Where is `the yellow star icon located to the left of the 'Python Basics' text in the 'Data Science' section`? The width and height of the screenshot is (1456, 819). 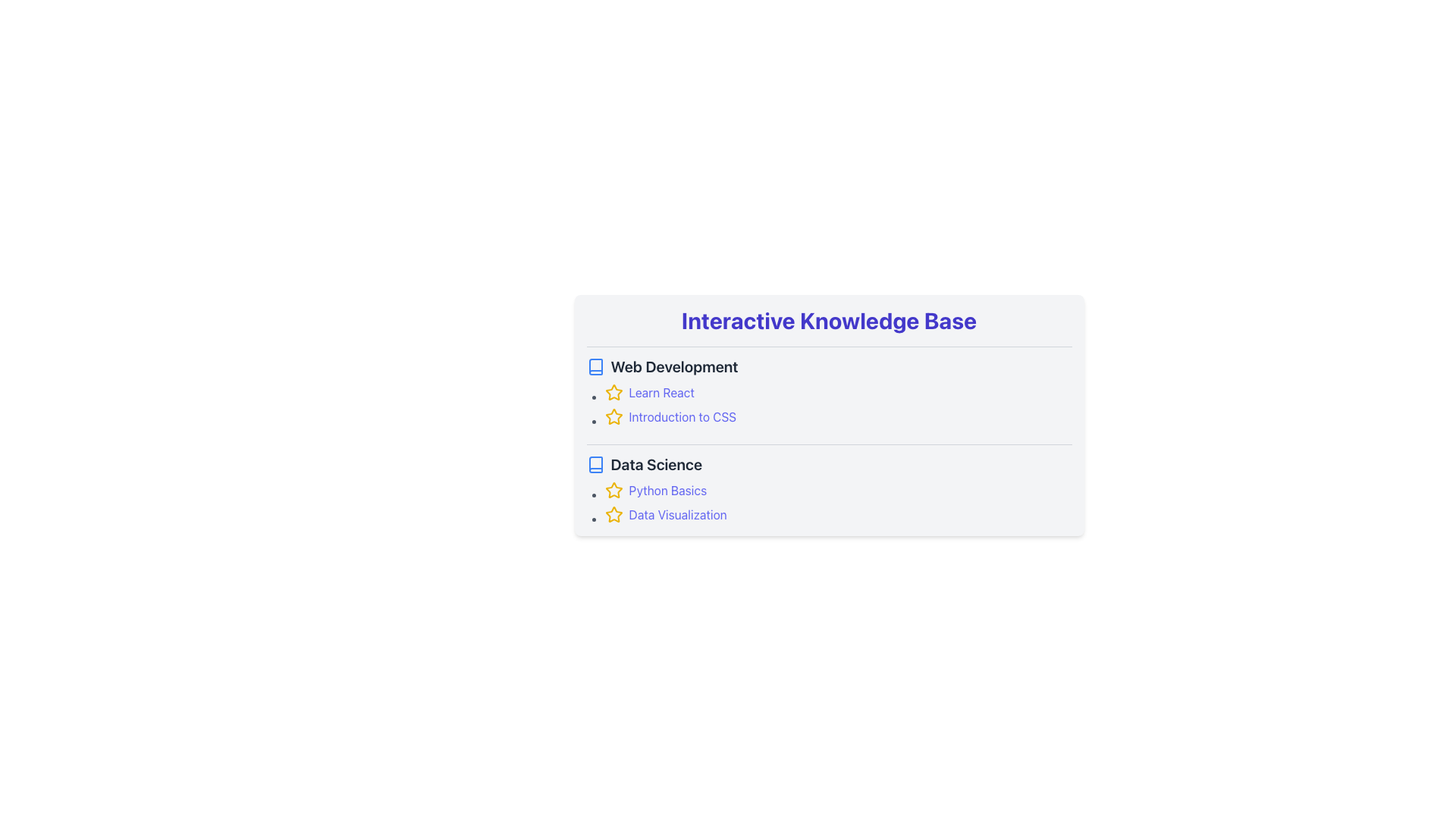 the yellow star icon located to the left of the 'Python Basics' text in the 'Data Science' section is located at coordinates (613, 491).